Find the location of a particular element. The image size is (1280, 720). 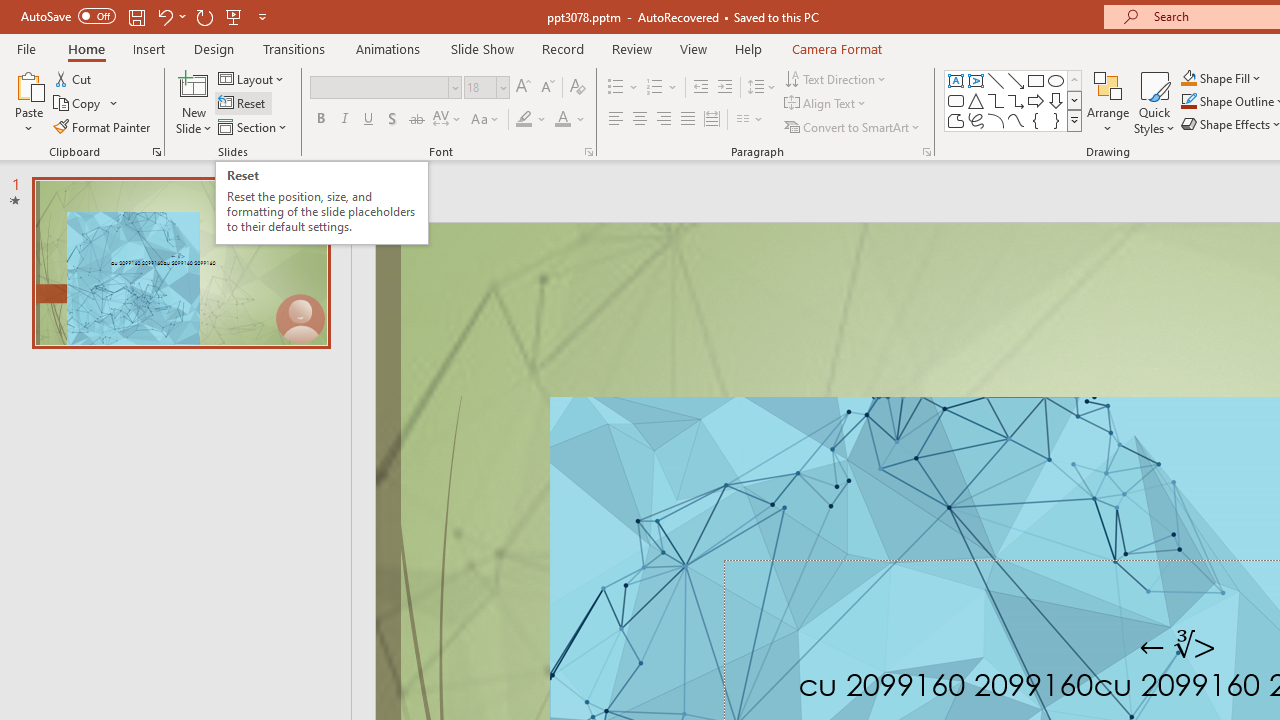

'Bullets' is located at coordinates (615, 86).